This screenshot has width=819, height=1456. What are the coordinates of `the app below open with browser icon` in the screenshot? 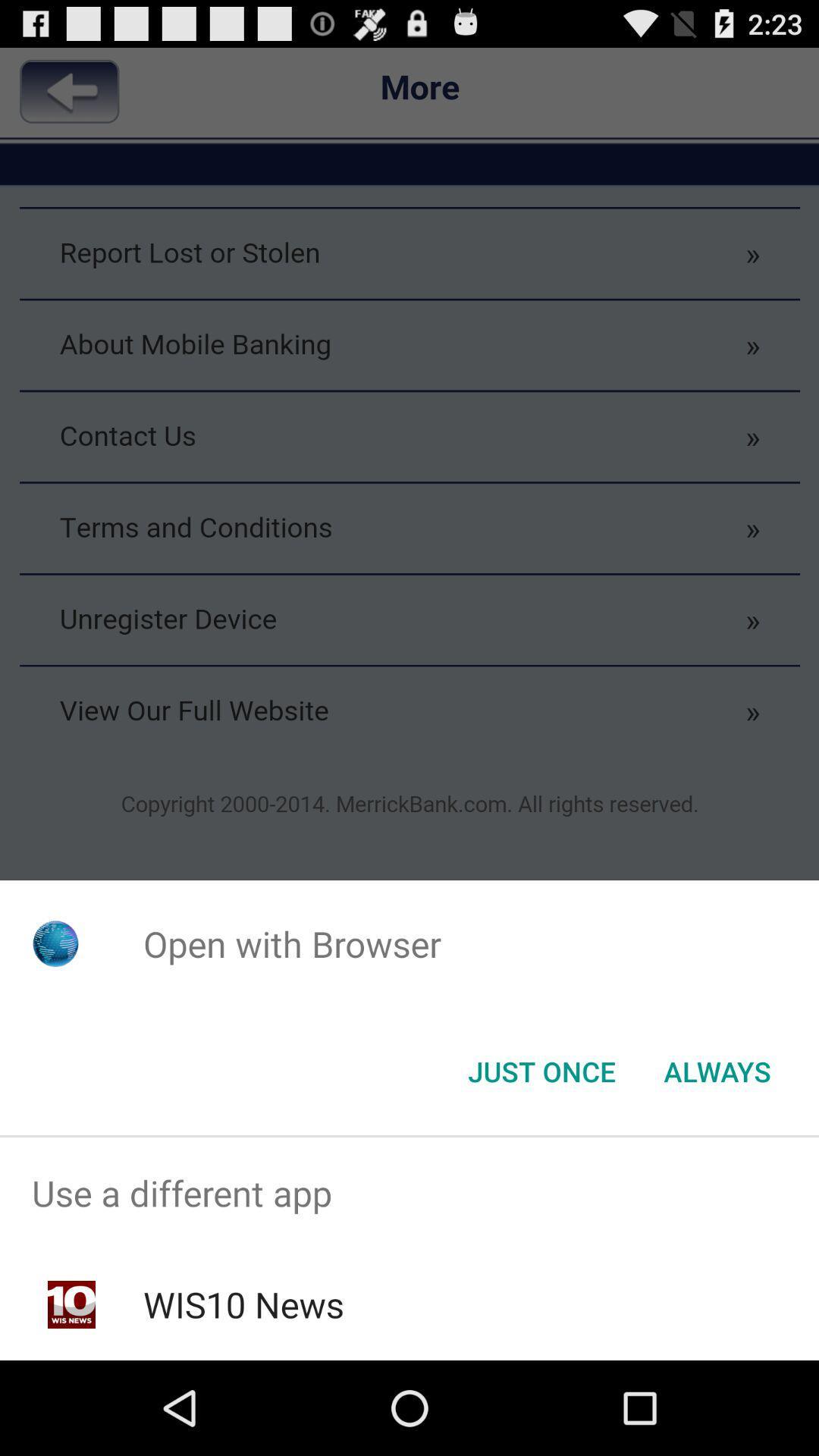 It's located at (541, 1070).